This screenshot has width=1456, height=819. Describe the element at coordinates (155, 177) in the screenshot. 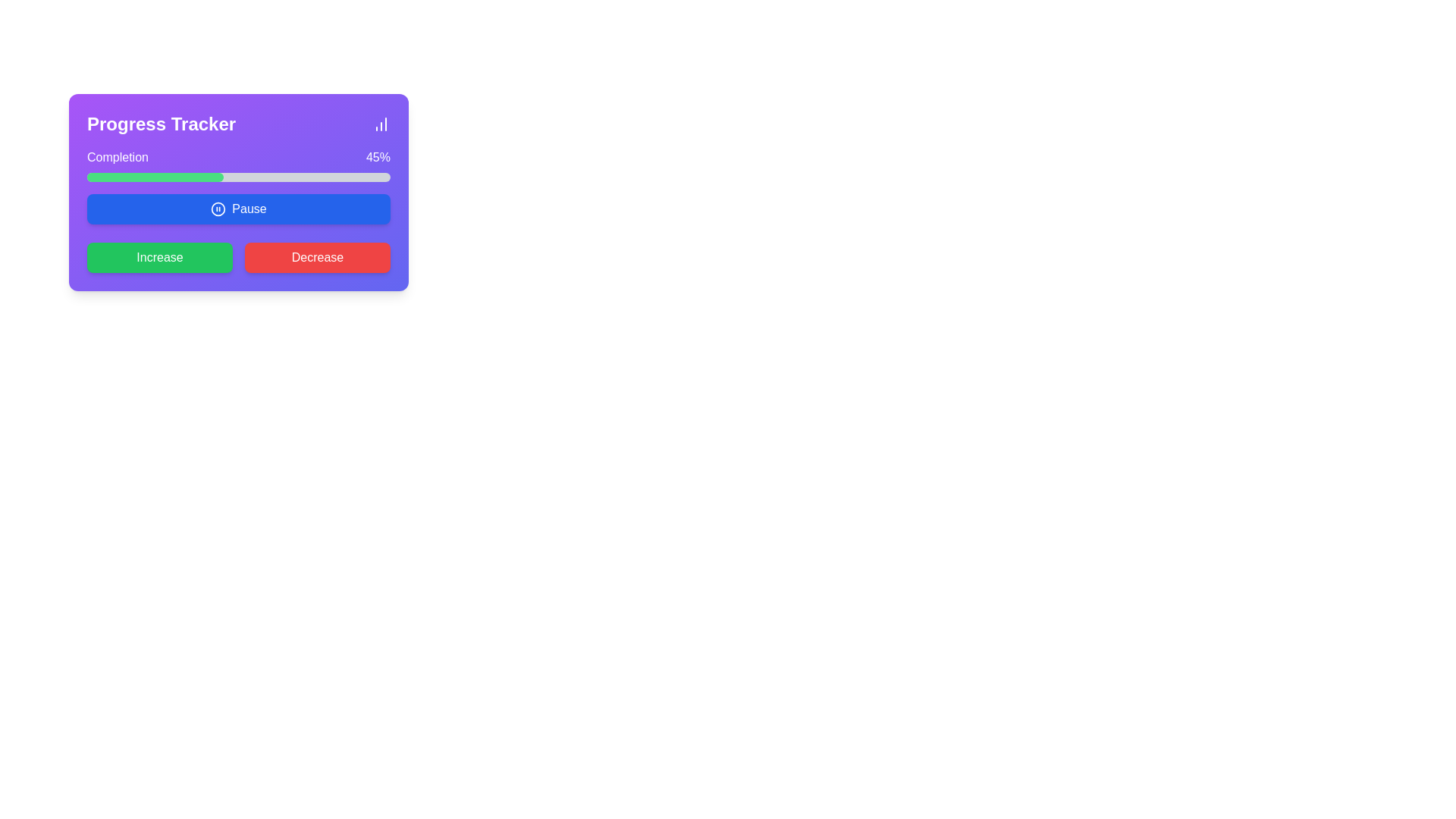

I see `the leftmost segment of the progress bar in the 'Progress Tracker' section, which visually represents the completion status of a task as a percentage` at that location.